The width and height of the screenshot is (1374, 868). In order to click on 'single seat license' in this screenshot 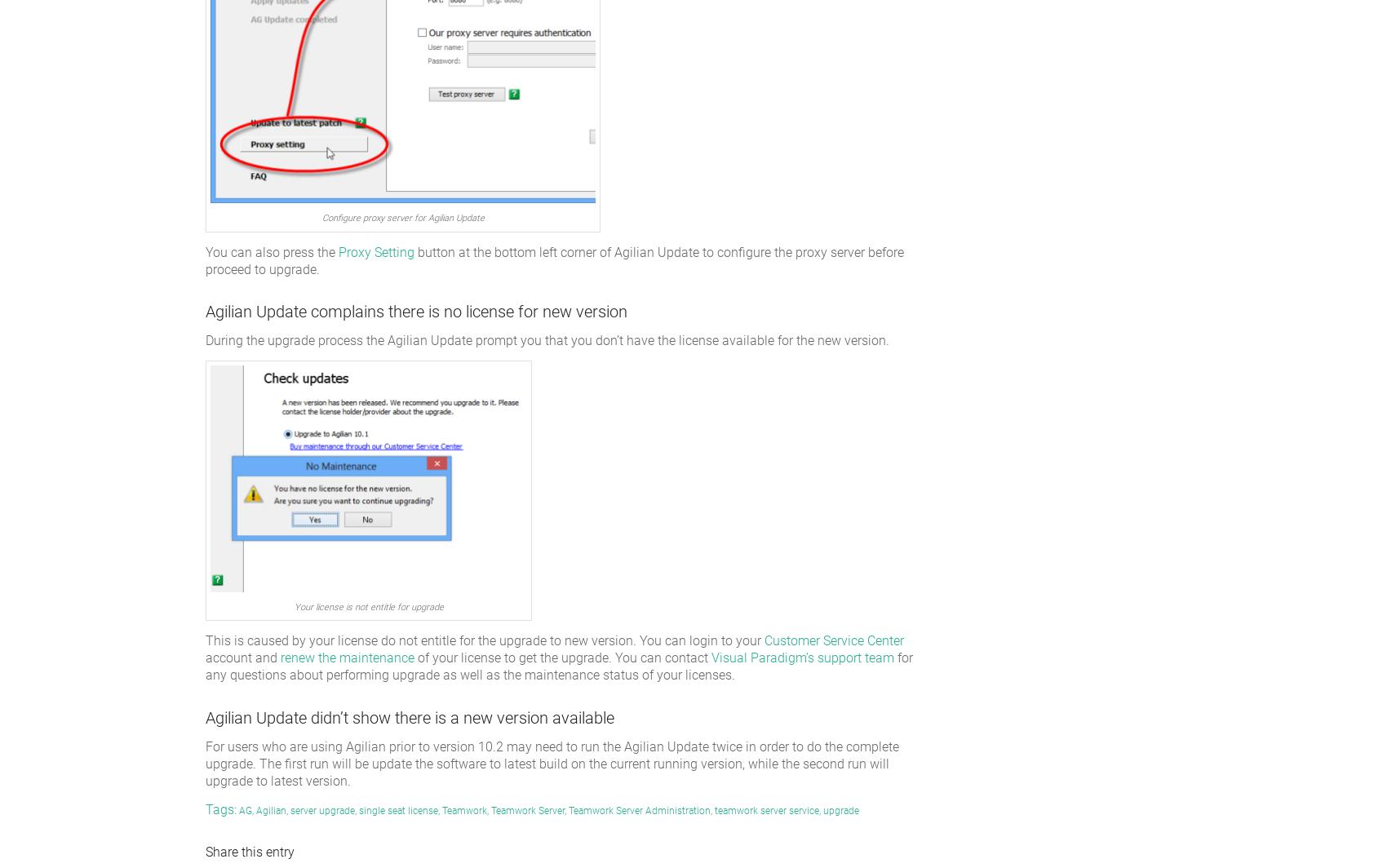, I will do `click(358, 810)`.